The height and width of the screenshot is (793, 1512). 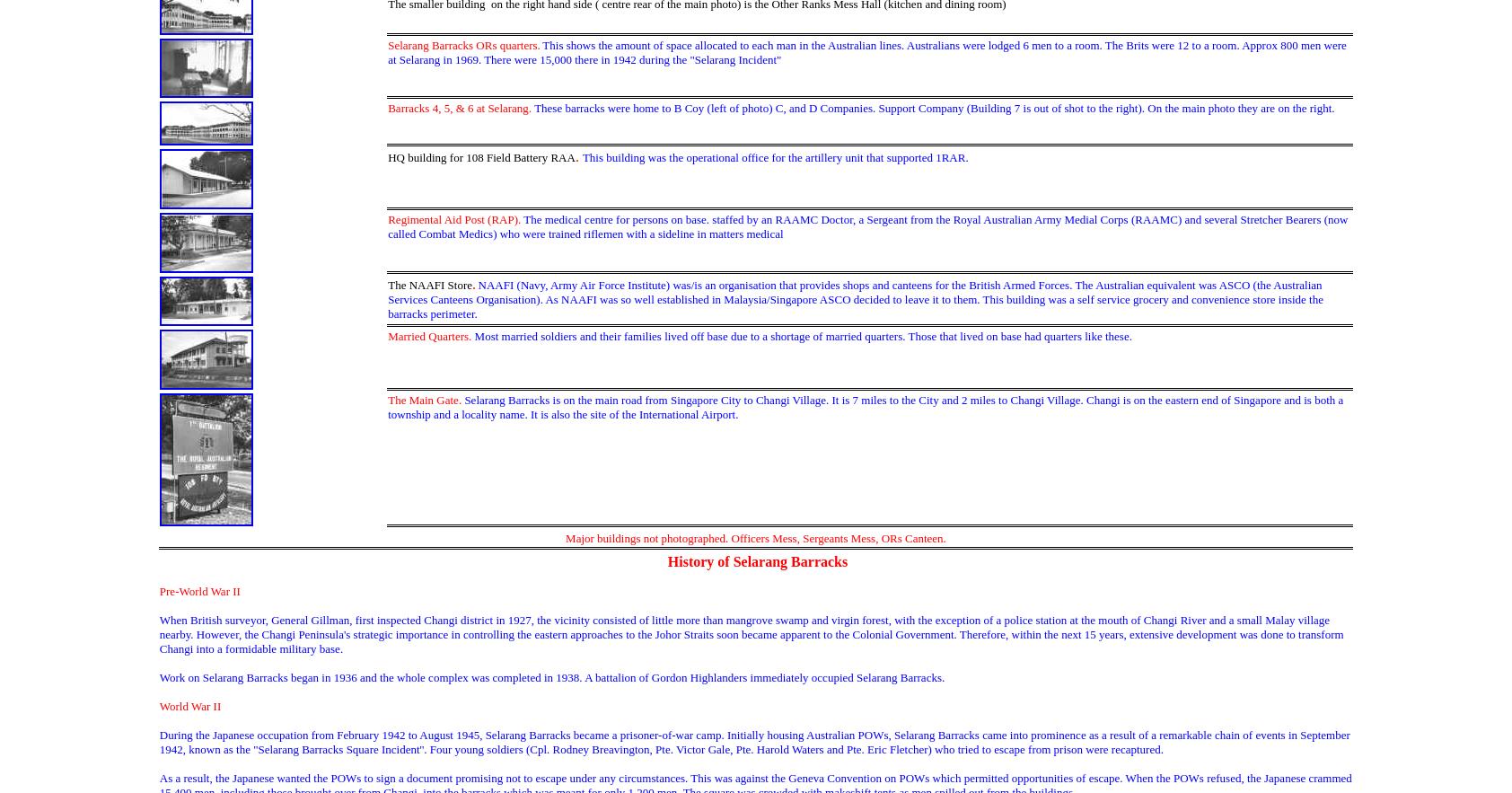 What do you see at coordinates (480, 156) in the screenshot?
I see `'HQ
        building for 108 Field Battery RAA'` at bounding box center [480, 156].